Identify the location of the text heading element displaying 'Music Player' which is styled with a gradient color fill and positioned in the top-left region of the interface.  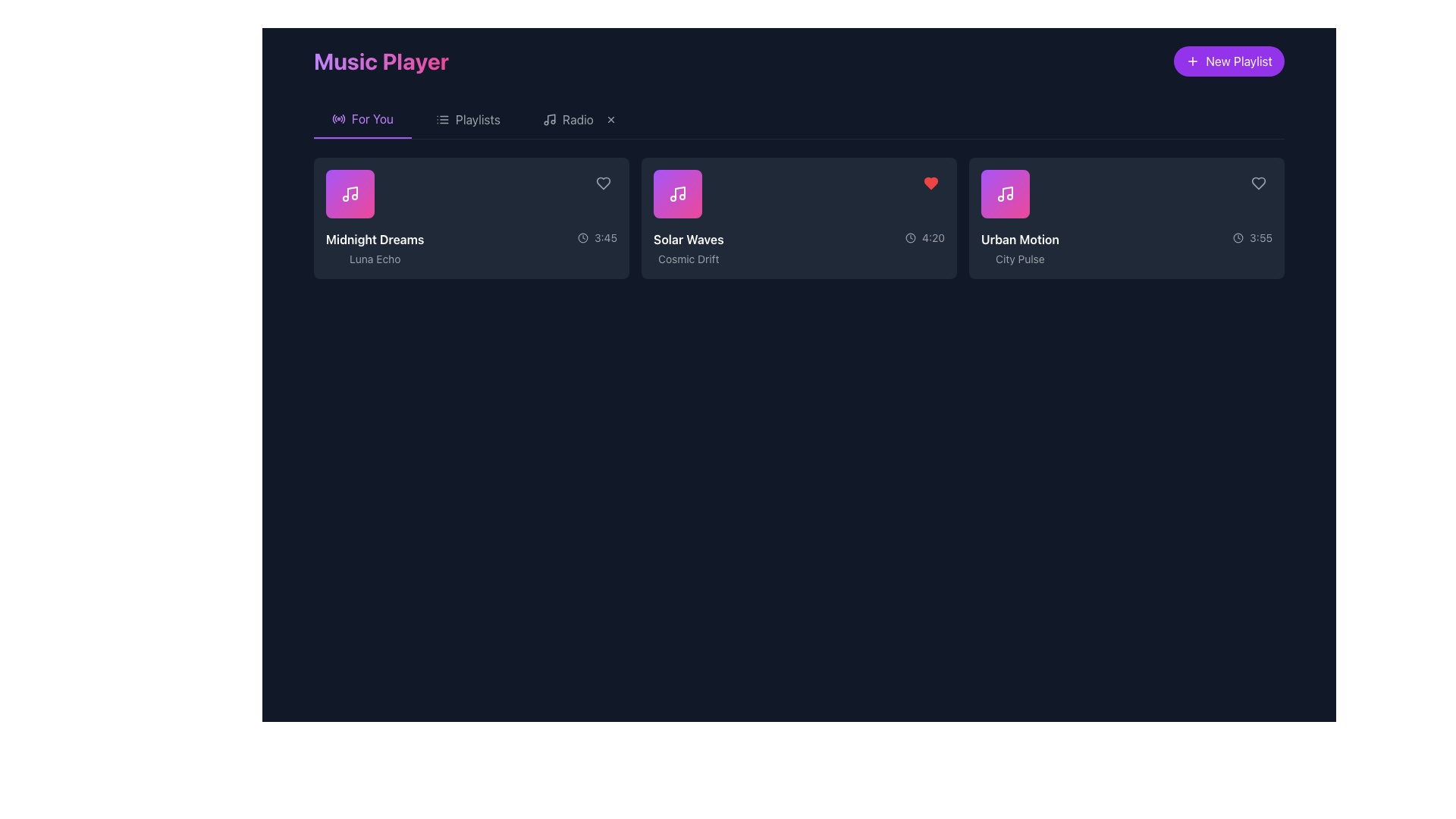
(381, 61).